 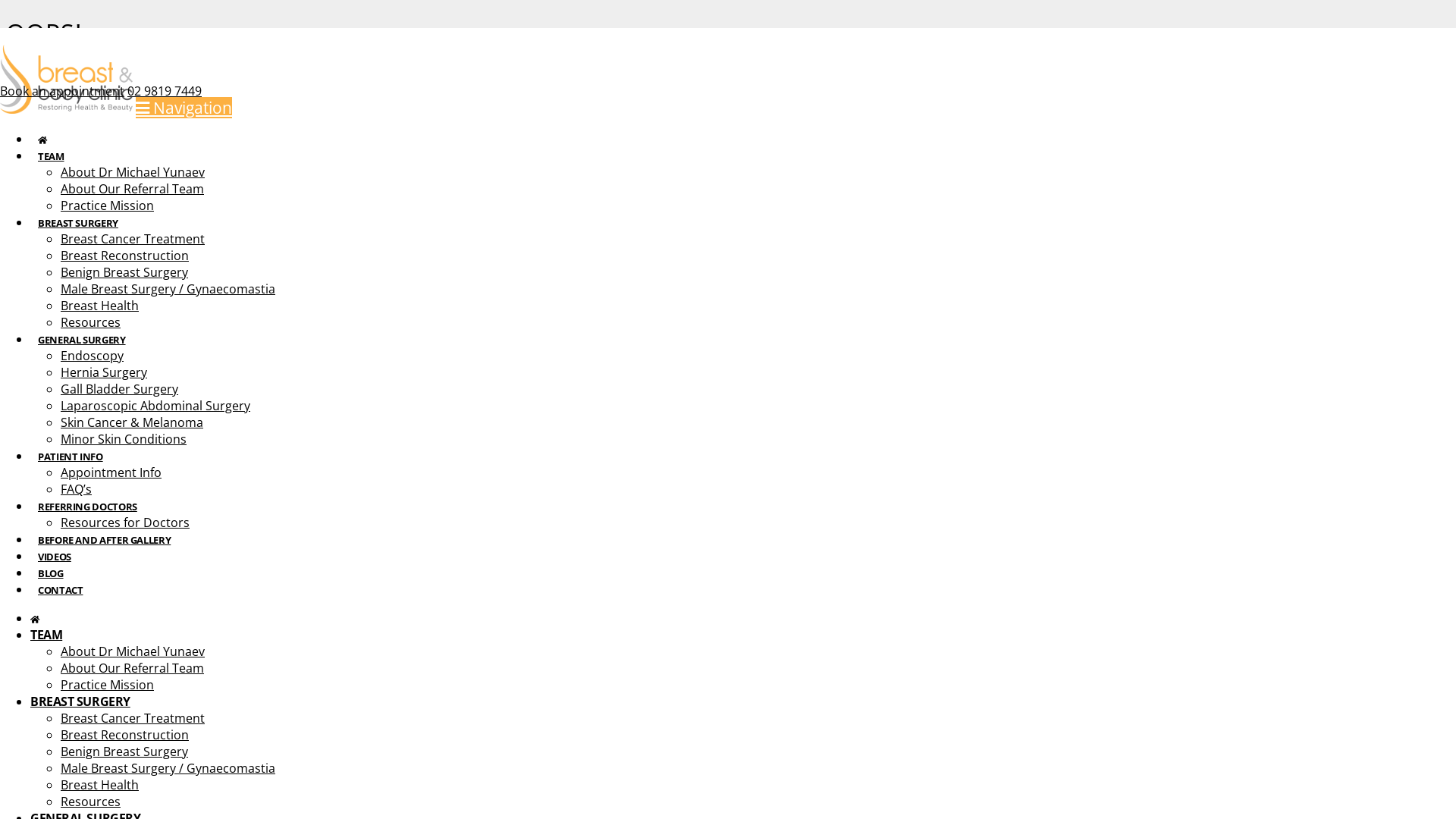 I want to click on 'Laparoscopic Abdominal Surgery', so click(x=61, y=405).